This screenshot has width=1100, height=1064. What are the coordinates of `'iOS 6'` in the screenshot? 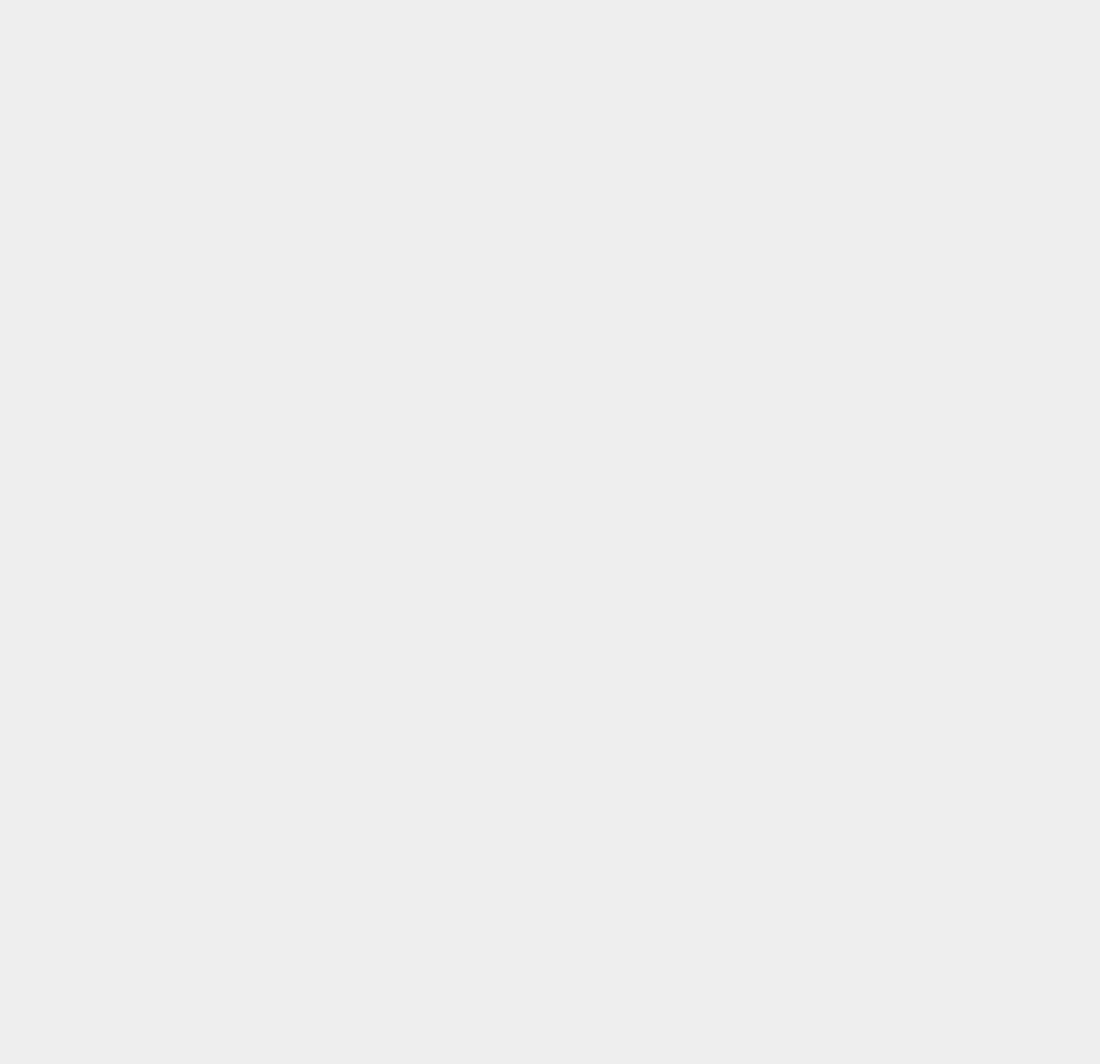 It's located at (778, 38).